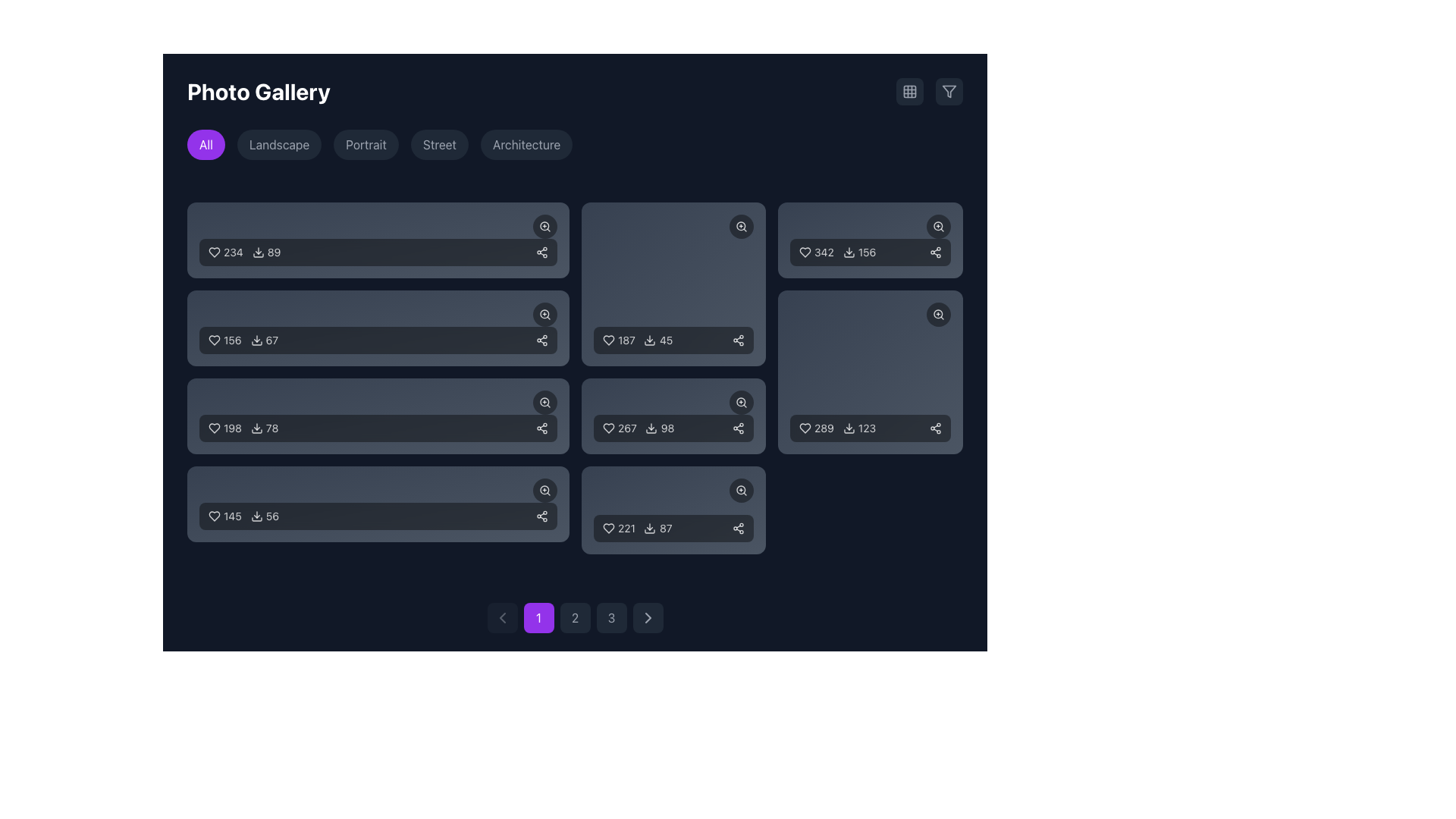  Describe the element at coordinates (910, 91) in the screenshot. I see `the toggle button for managing the grid-based view located at the top-right corner of the interface, near a funnel-like filter icon` at that location.